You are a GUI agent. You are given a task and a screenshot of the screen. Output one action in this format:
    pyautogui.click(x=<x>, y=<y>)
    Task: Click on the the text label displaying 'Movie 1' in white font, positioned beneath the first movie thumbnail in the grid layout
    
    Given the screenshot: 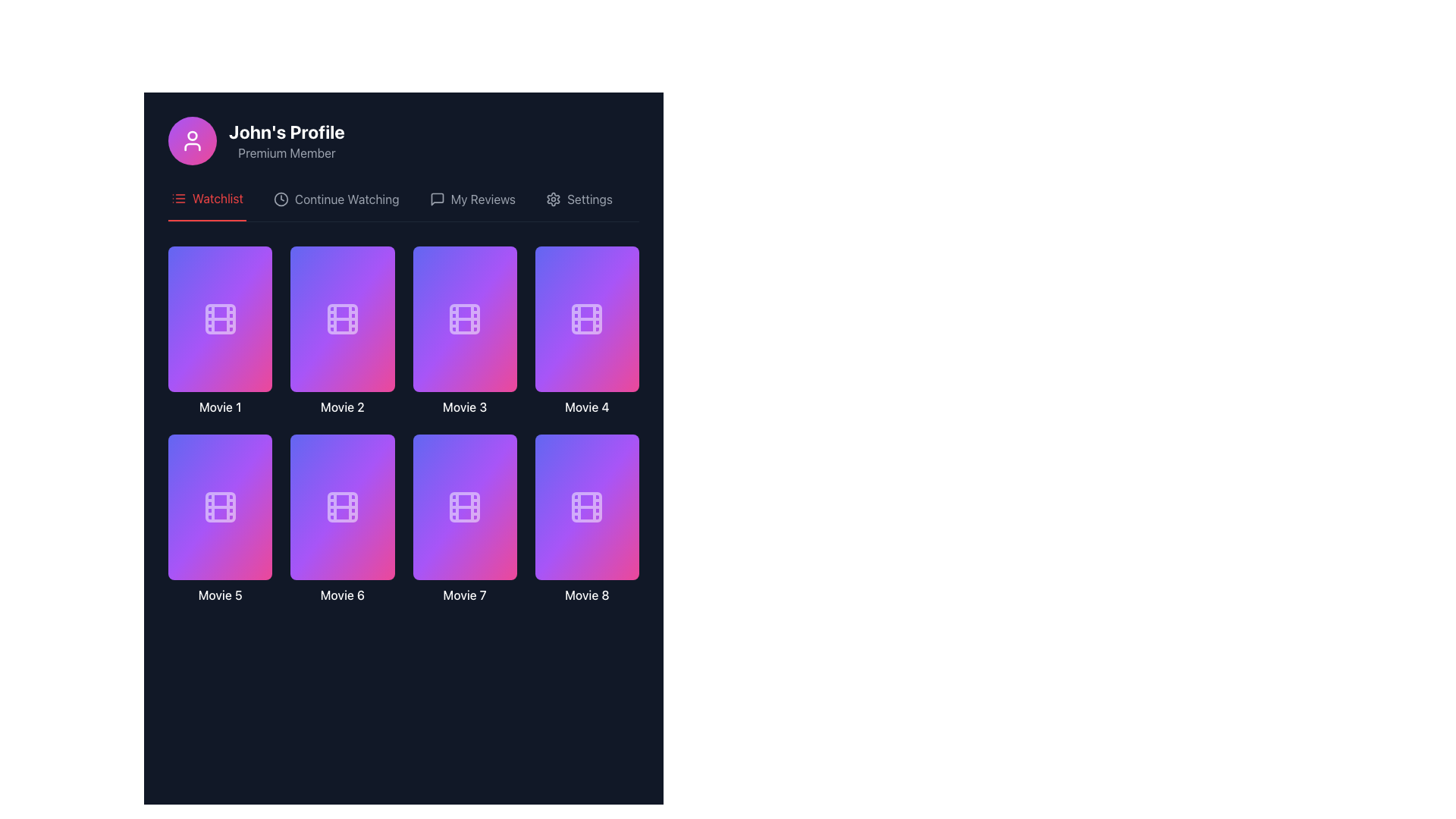 What is the action you would take?
    pyautogui.click(x=219, y=406)
    